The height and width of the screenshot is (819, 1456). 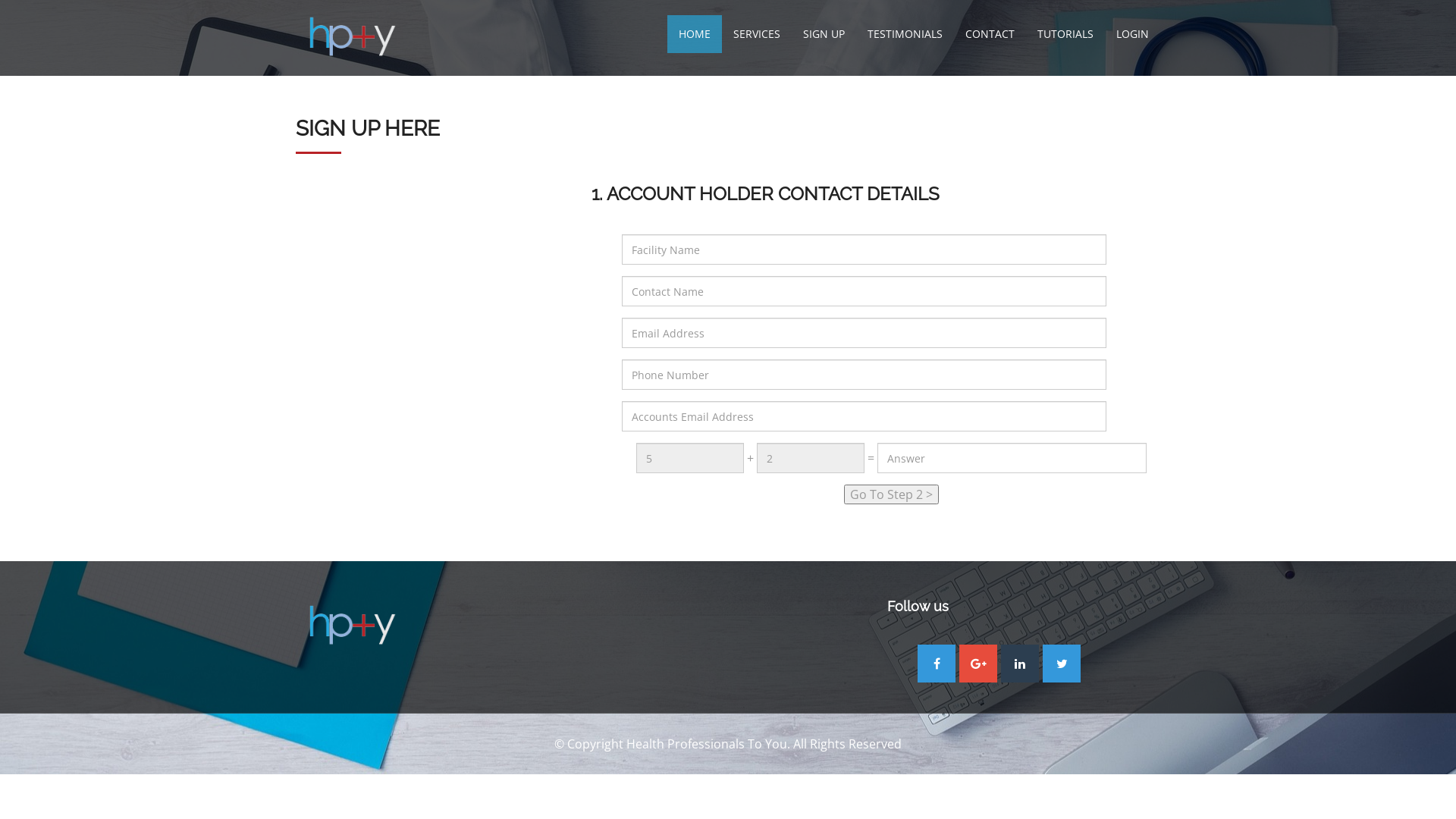 I want to click on 'SIGN UP', so click(x=790, y=34).